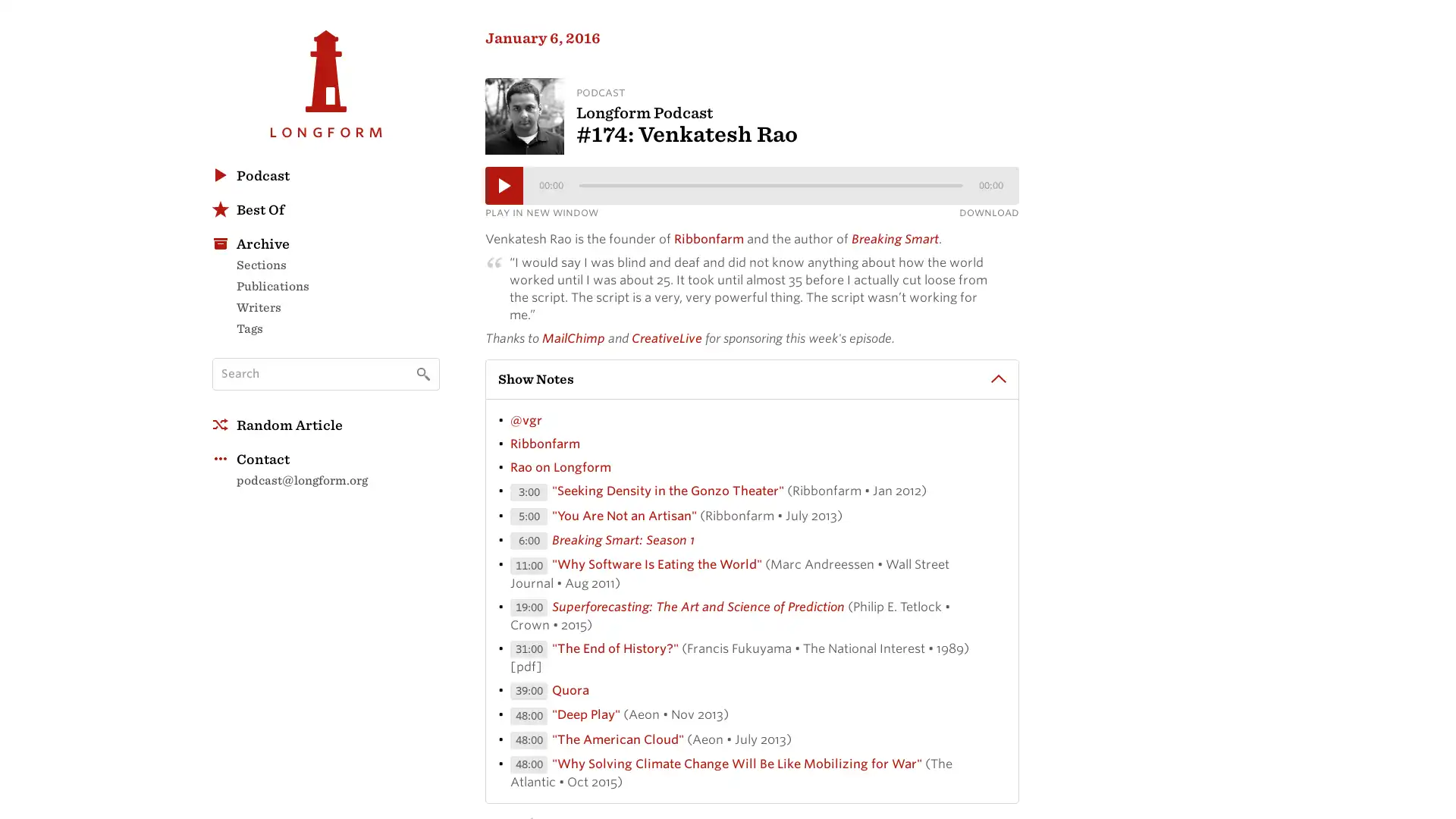 Image resolution: width=1456 pixels, height=819 pixels. What do you see at coordinates (529, 494) in the screenshot?
I see `3:00` at bounding box center [529, 494].